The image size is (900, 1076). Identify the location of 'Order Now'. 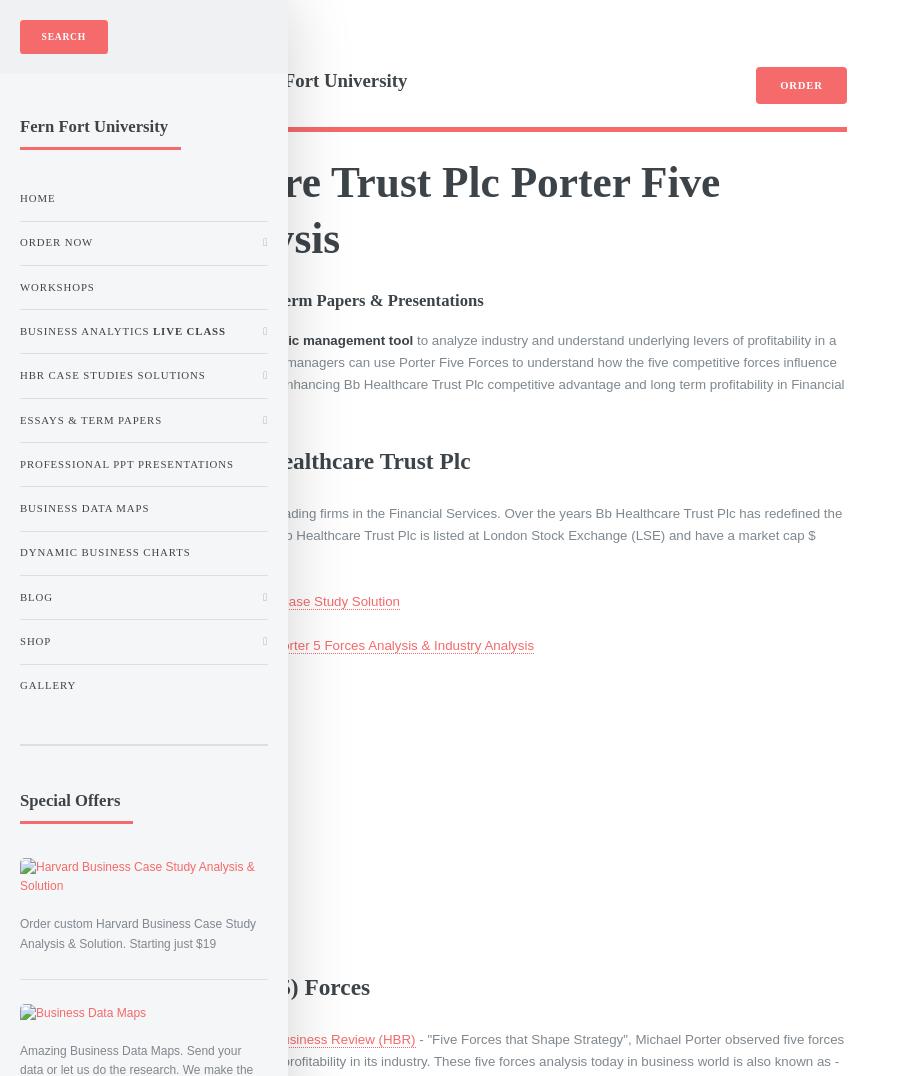
(18, 241).